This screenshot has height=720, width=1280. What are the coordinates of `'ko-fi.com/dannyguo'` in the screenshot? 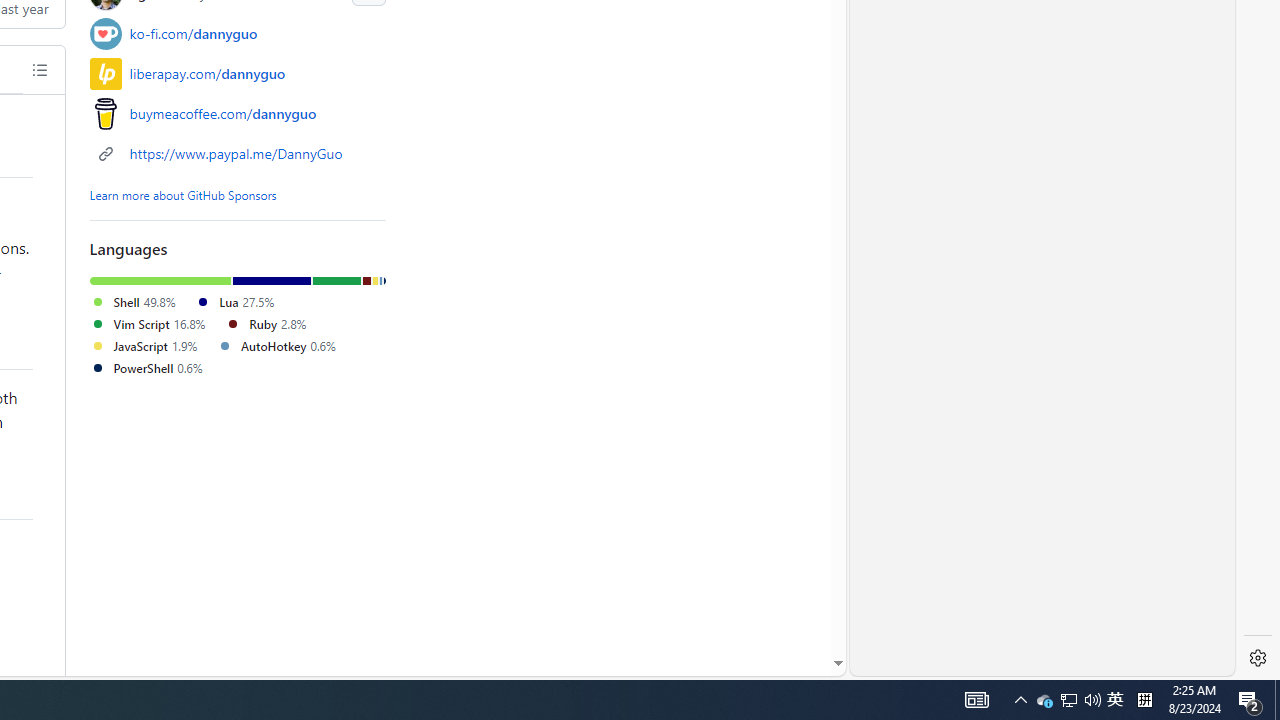 It's located at (238, 33).